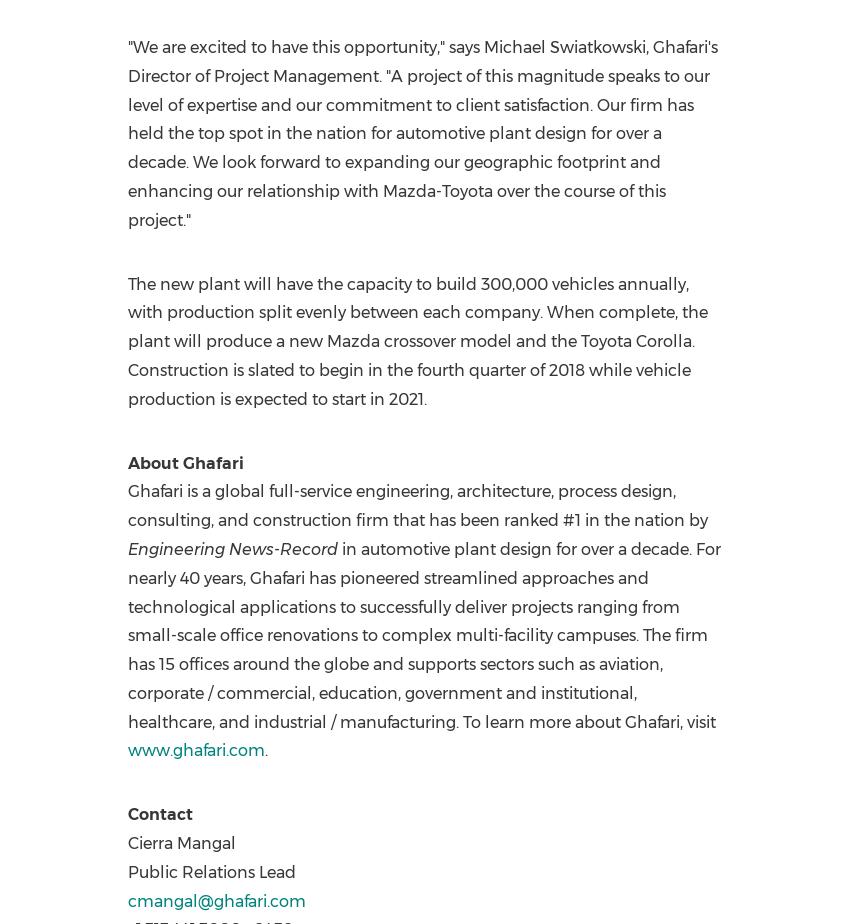  What do you see at coordinates (231, 548) in the screenshot?
I see `'Engineering News-Record'` at bounding box center [231, 548].